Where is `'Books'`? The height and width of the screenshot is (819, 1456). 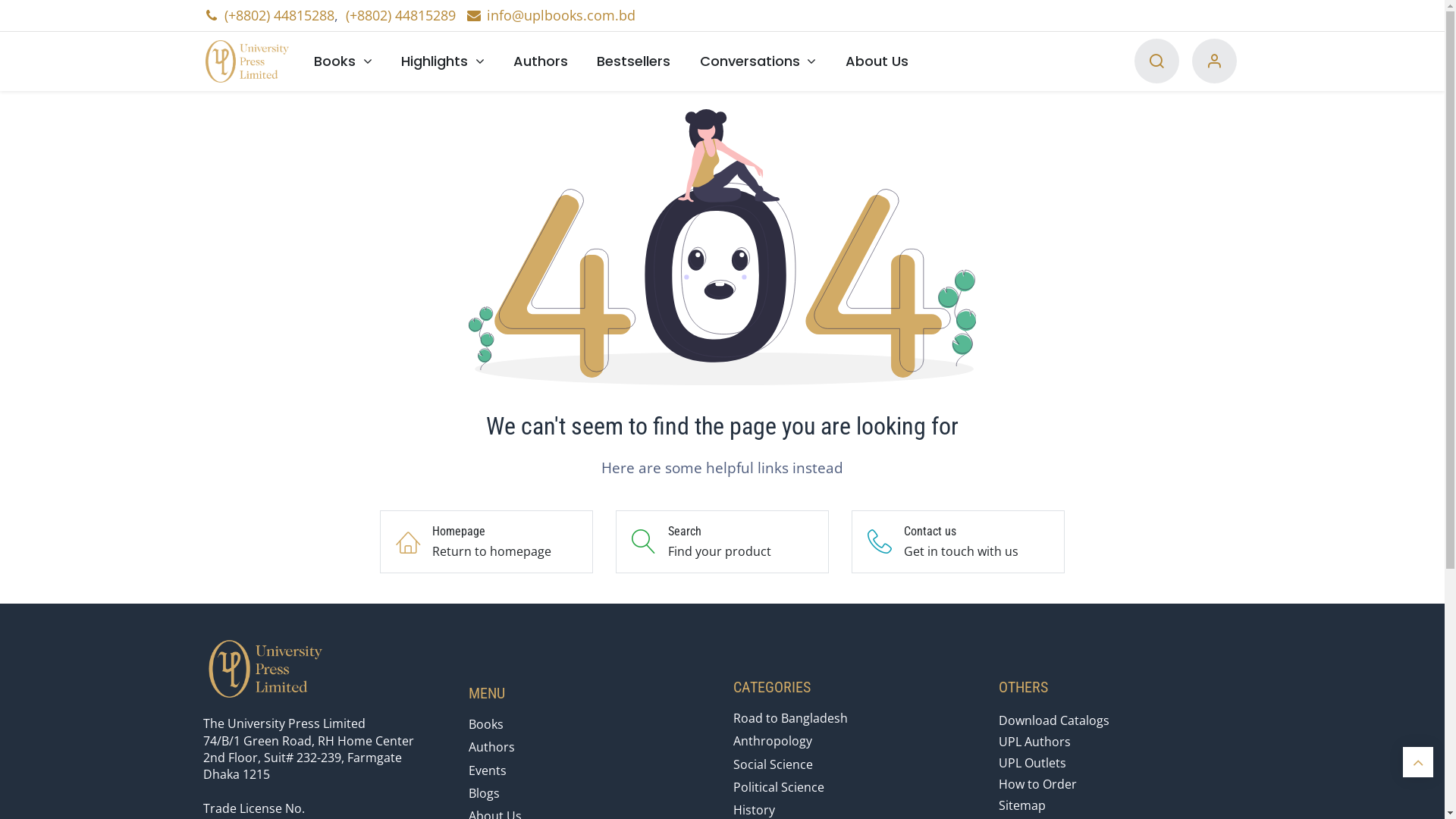 'Books' is located at coordinates (486, 723).